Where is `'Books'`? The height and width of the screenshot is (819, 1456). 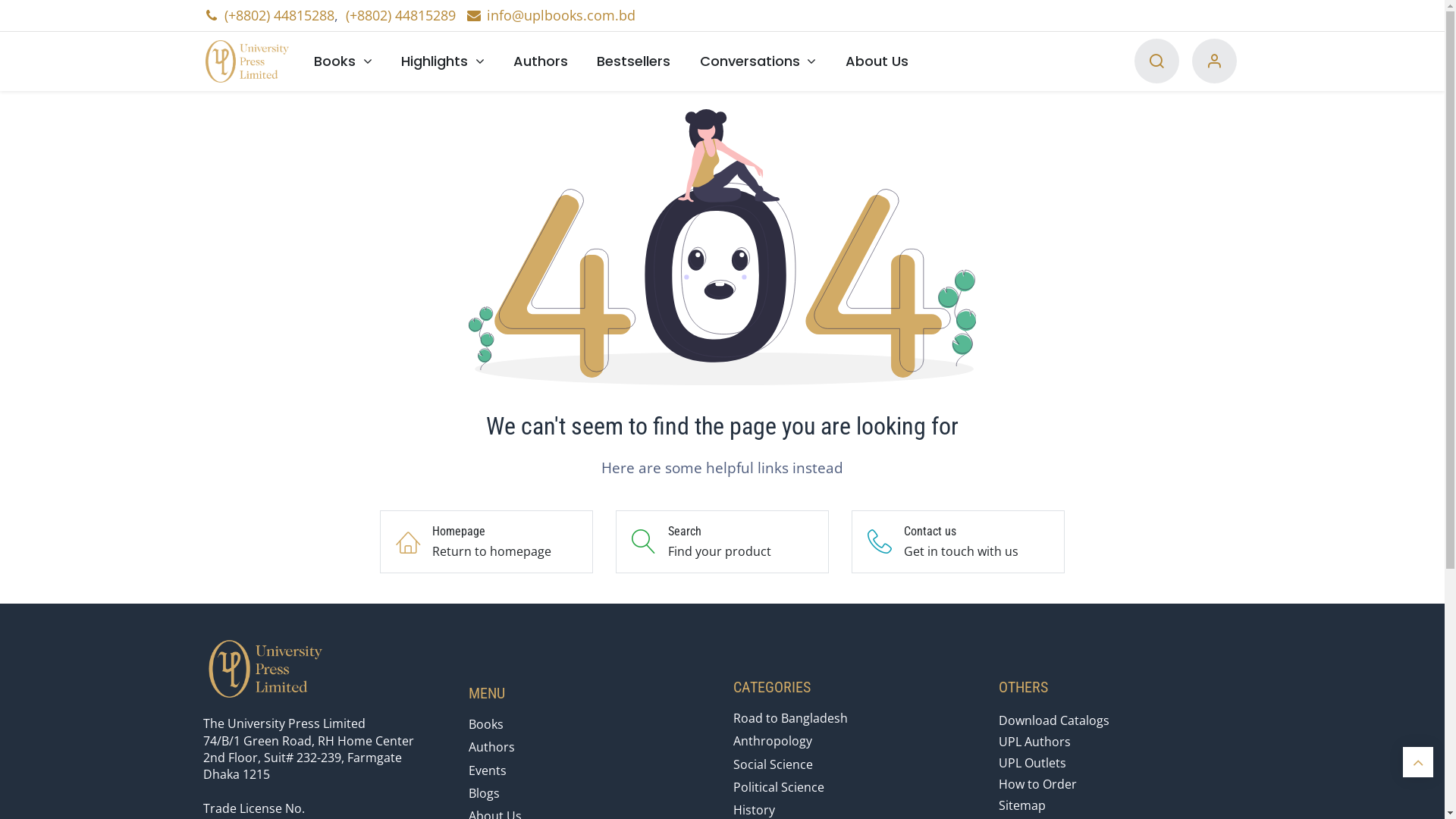 'Books' is located at coordinates (486, 723).